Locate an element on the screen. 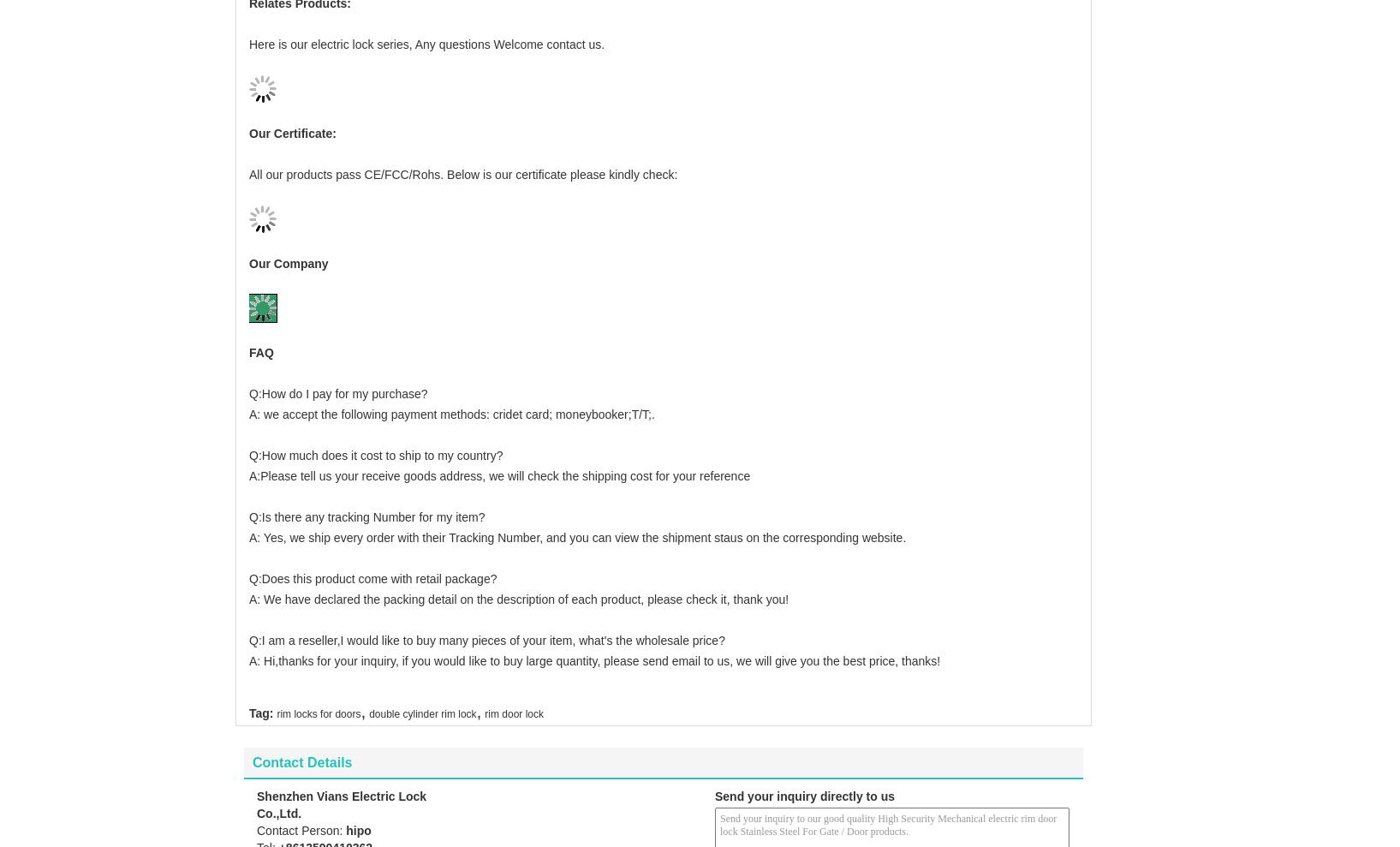 The height and width of the screenshot is (847, 1400). 'Contact Person:' is located at coordinates (301, 802).